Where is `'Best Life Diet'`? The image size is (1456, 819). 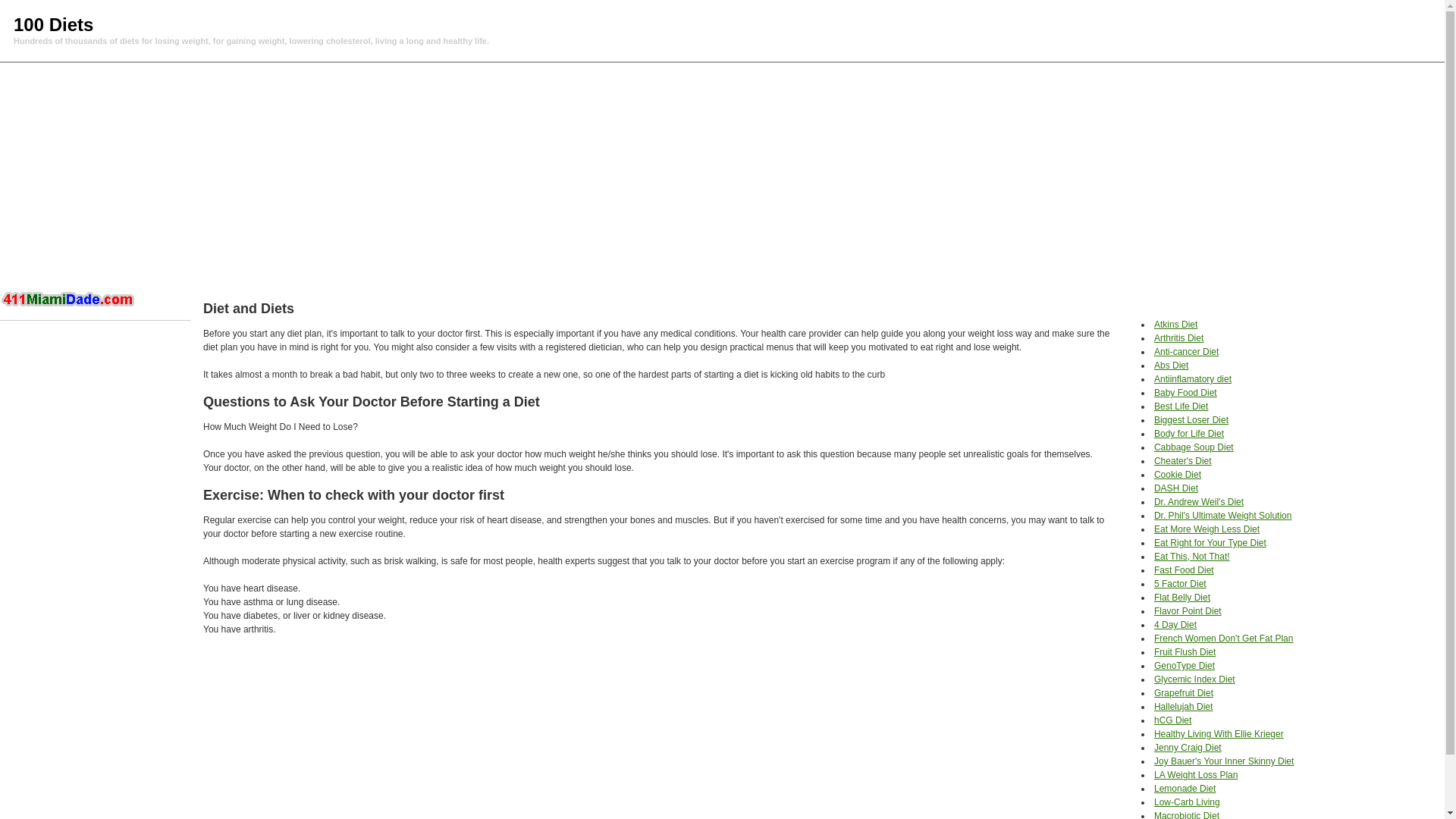
'Best Life Diet' is located at coordinates (1180, 406).